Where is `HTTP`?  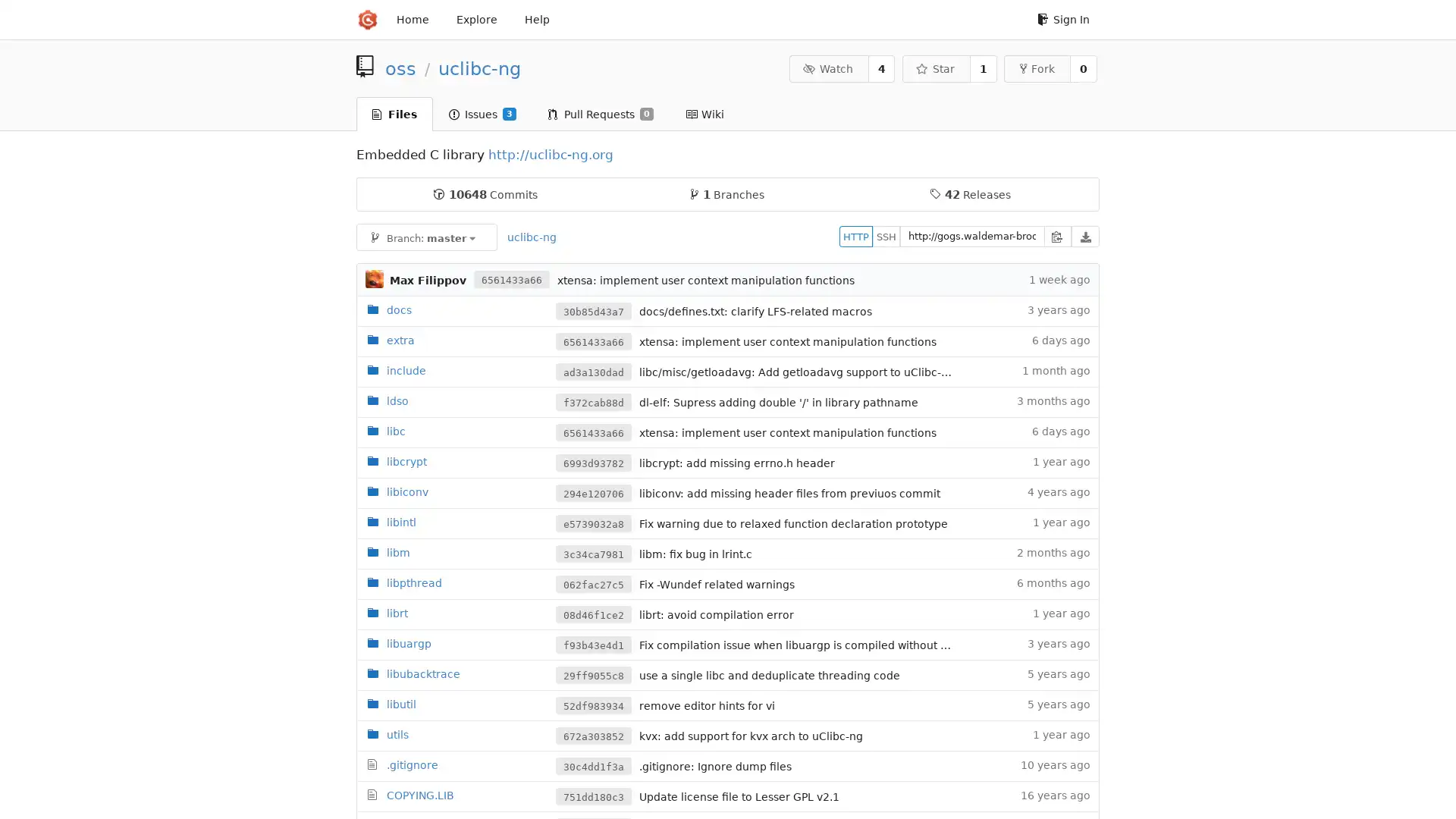
HTTP is located at coordinates (855, 236).